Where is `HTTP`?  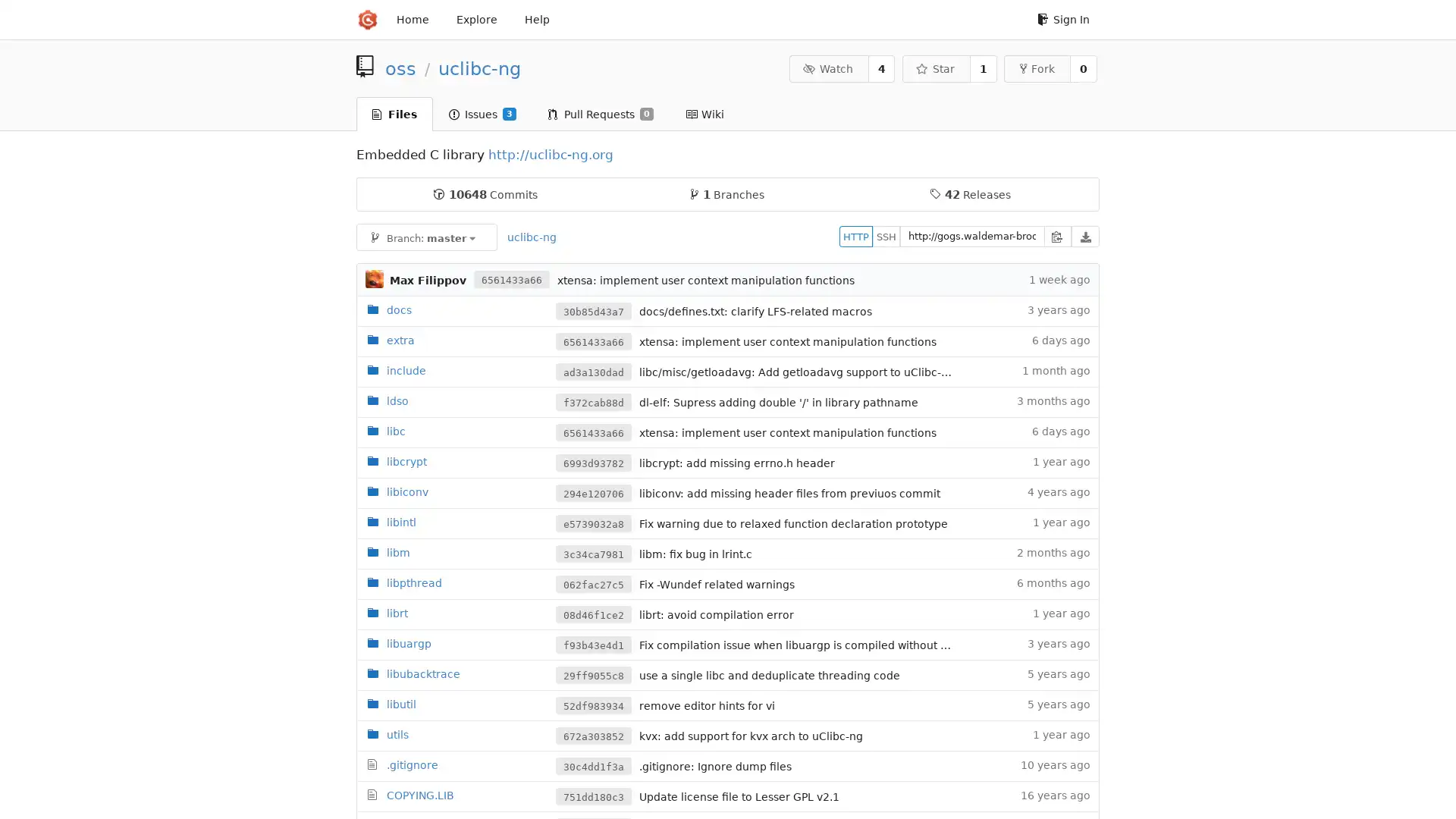
HTTP is located at coordinates (855, 236).